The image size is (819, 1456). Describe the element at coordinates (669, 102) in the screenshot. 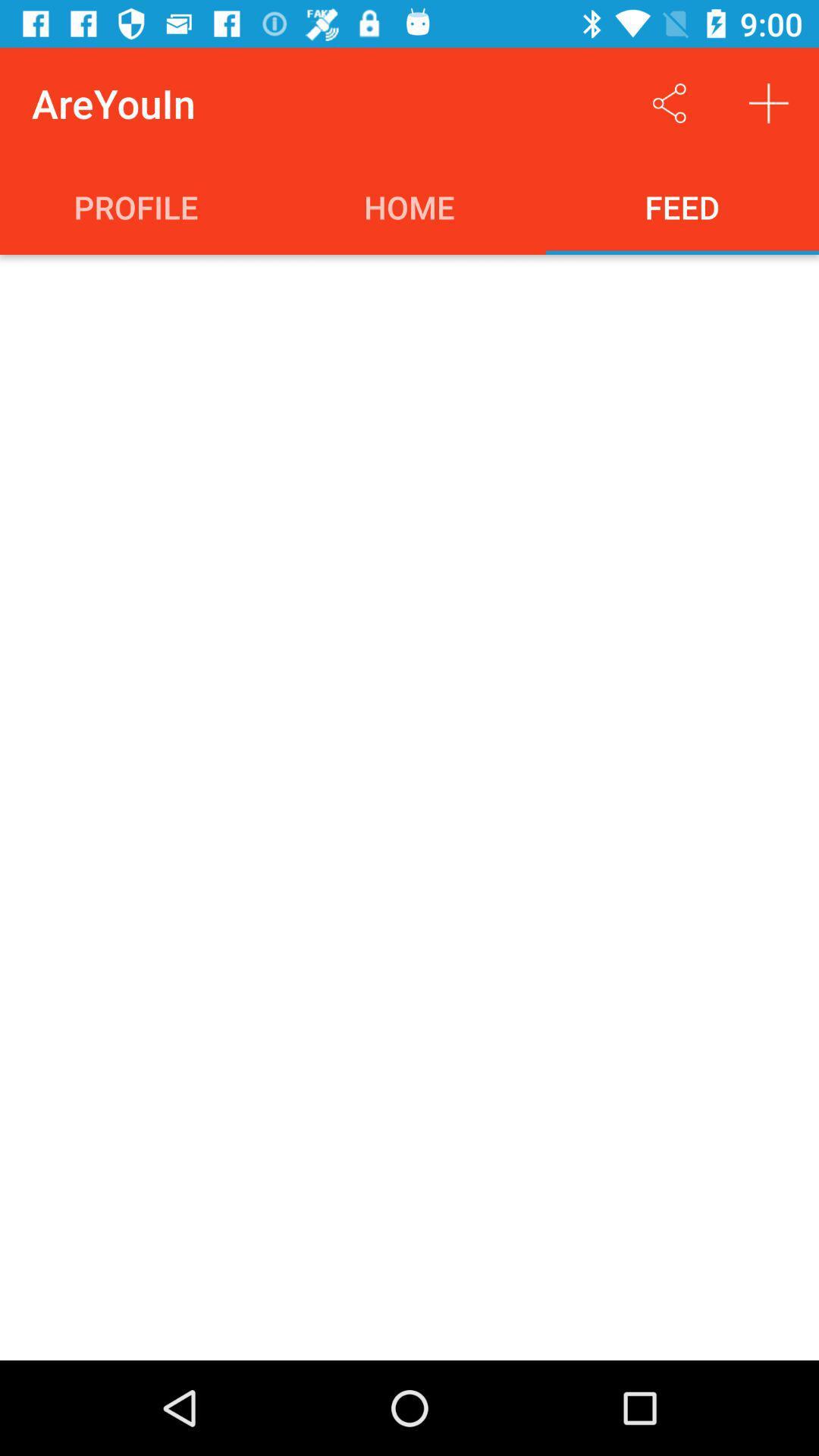

I see `icon next to the areyouin item` at that location.